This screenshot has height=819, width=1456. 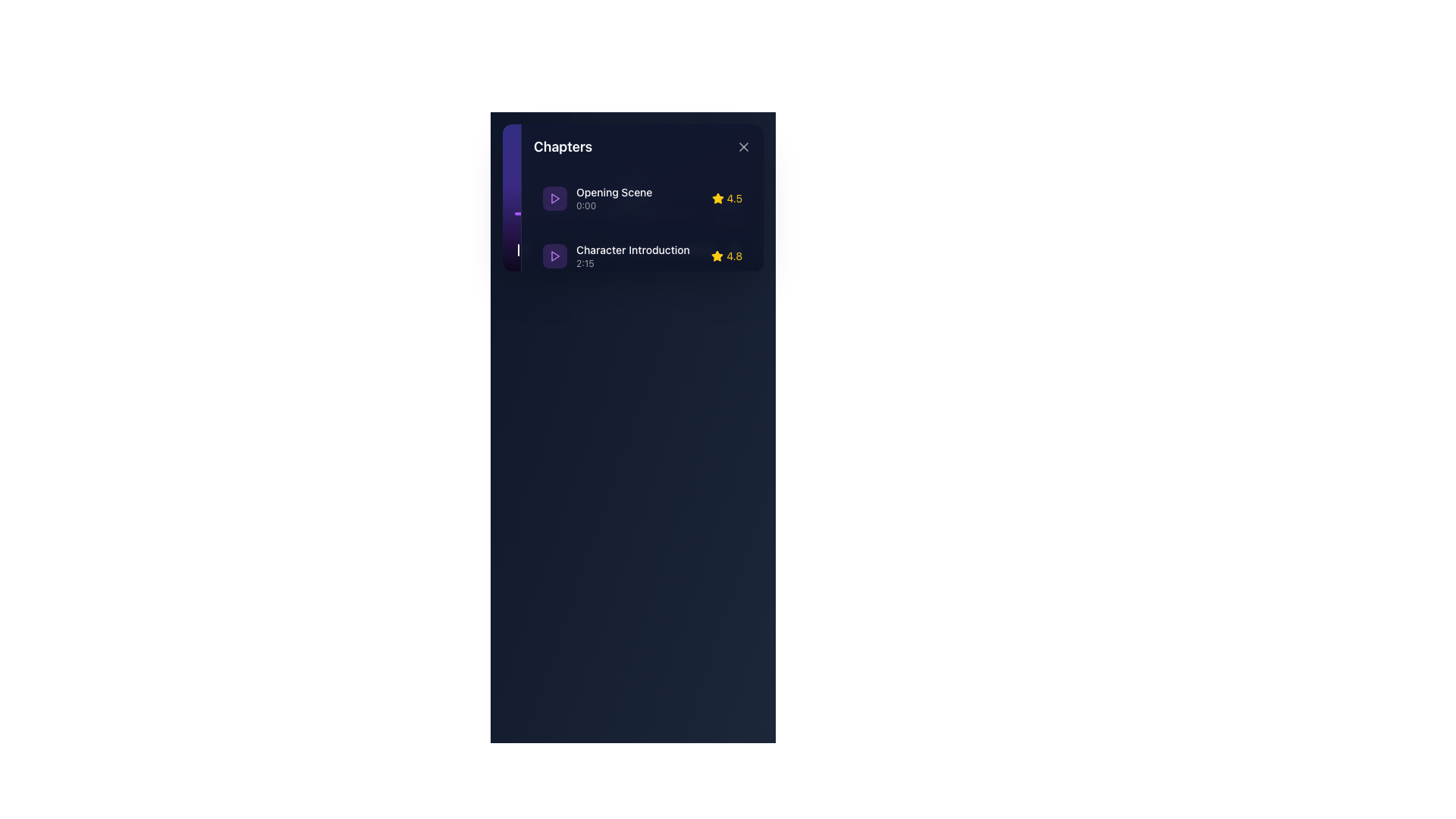 I want to click on the chapter entry label titled 'Character Introduction' with its timestamp, so click(x=633, y=256).